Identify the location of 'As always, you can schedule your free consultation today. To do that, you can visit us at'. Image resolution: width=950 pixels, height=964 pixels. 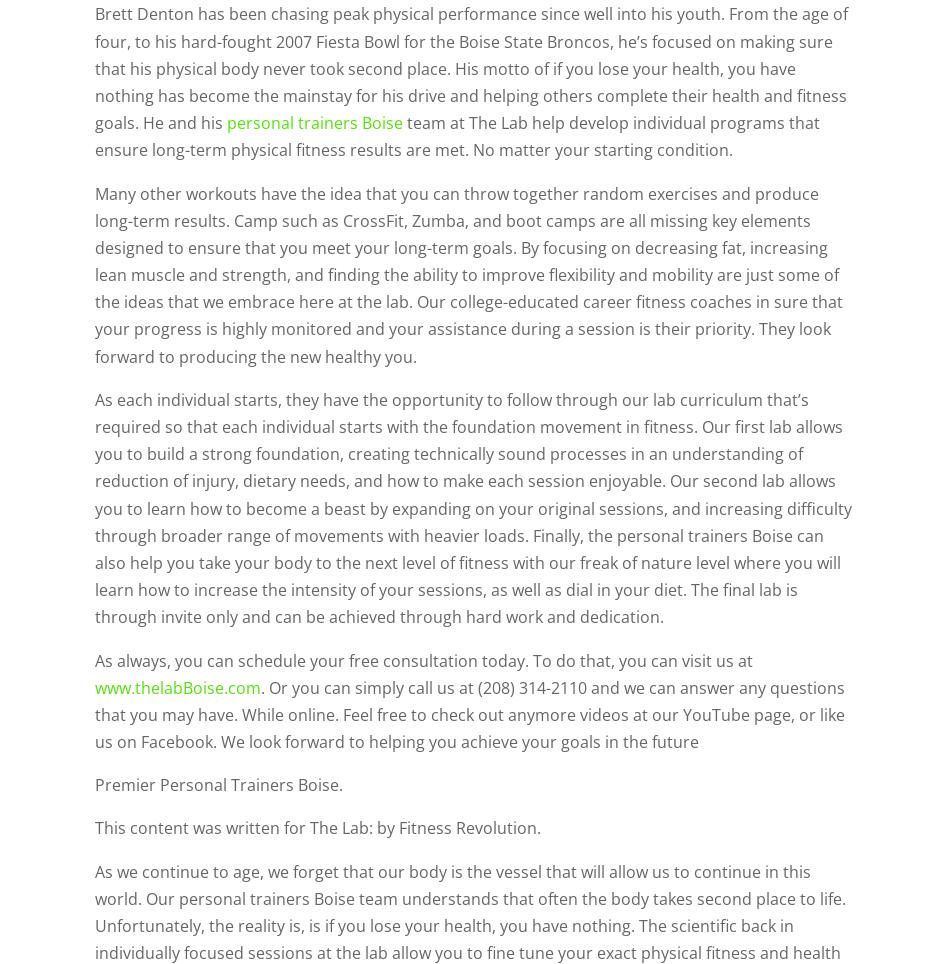
(422, 658).